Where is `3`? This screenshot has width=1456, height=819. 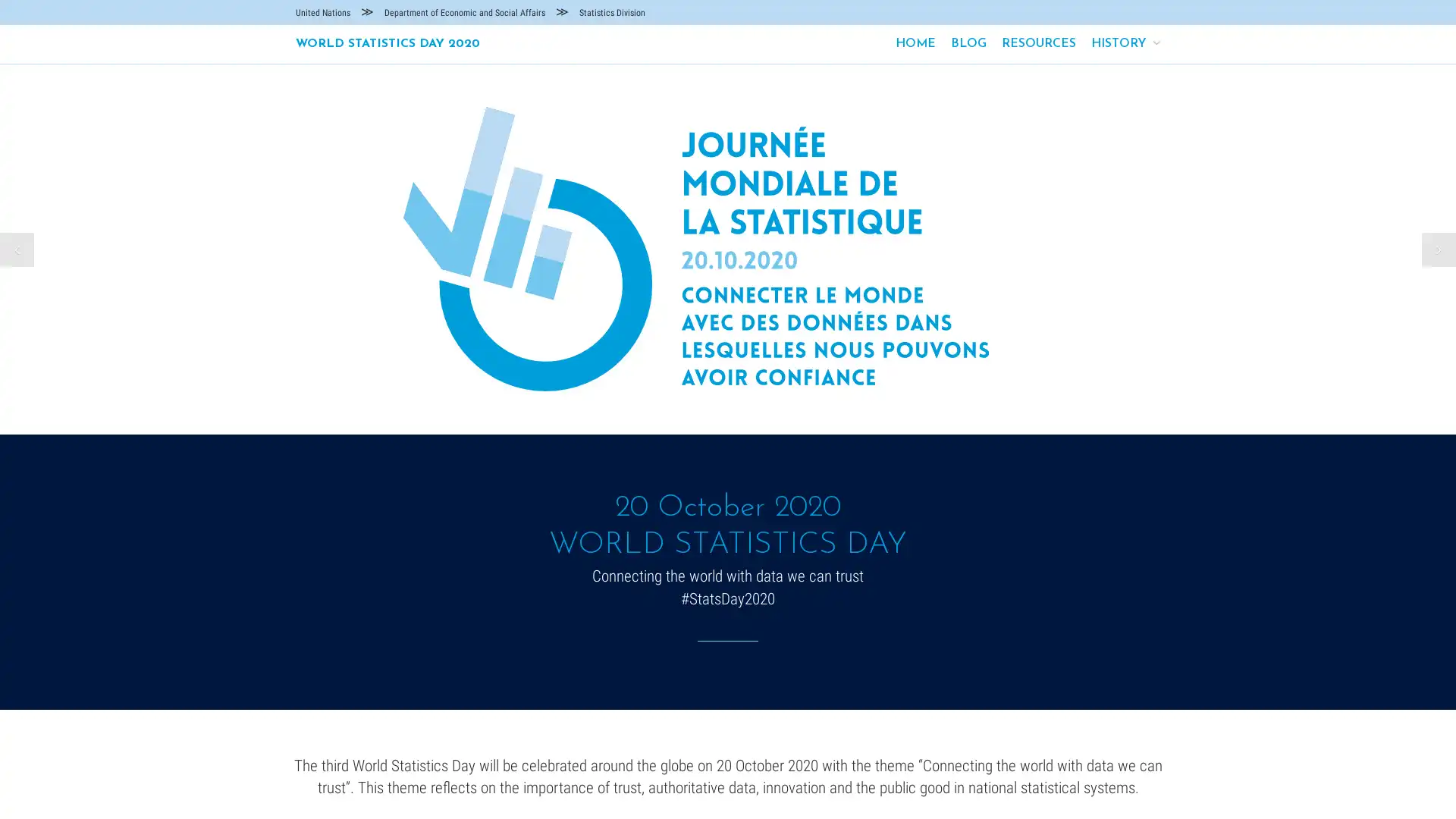 3 is located at coordinates (719, 405).